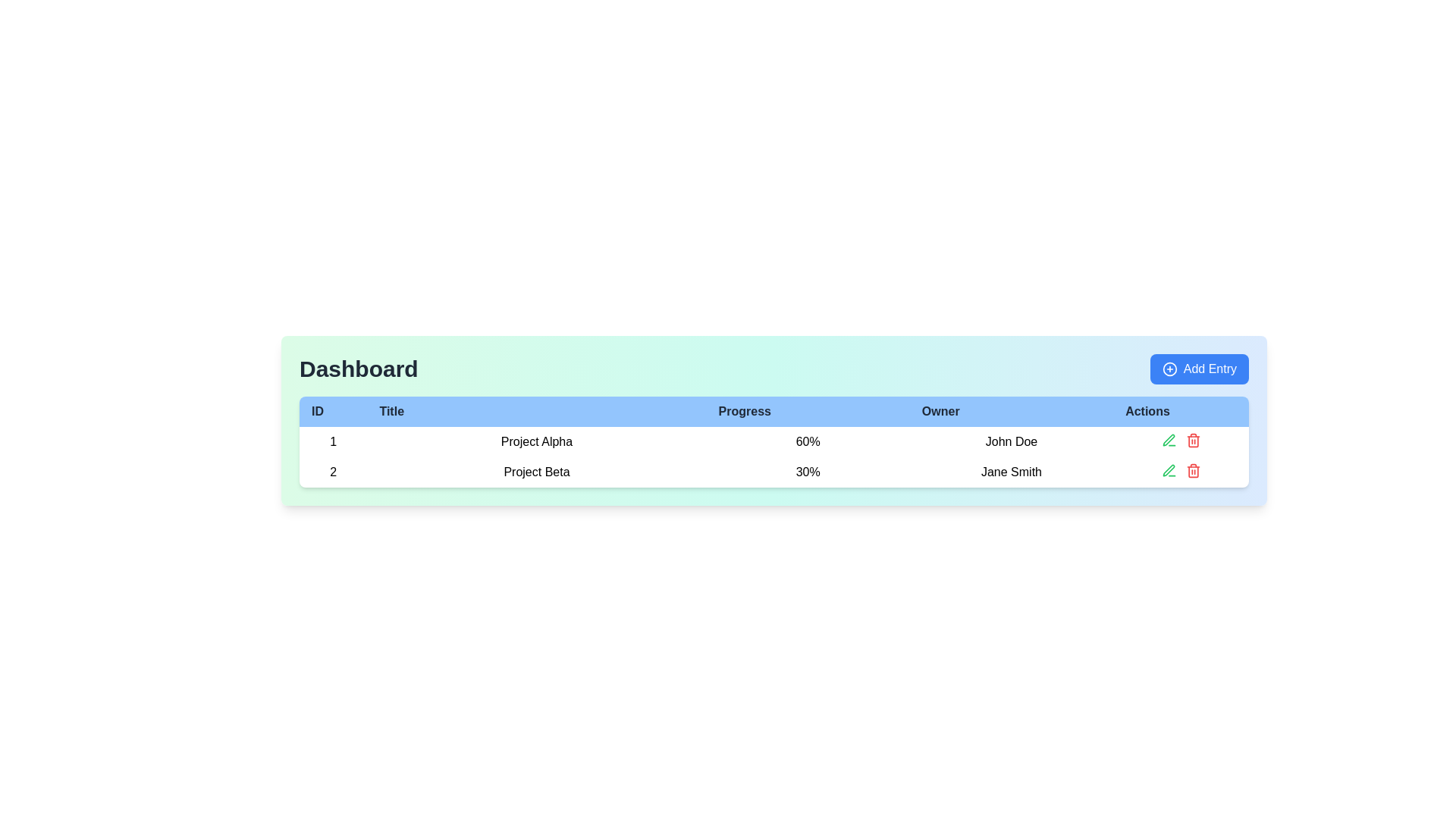 The height and width of the screenshot is (819, 1456). I want to click on text displayed as 'Project Alpha' located in the second column of the first row under the 'Title' header in a structured table, so click(536, 441).